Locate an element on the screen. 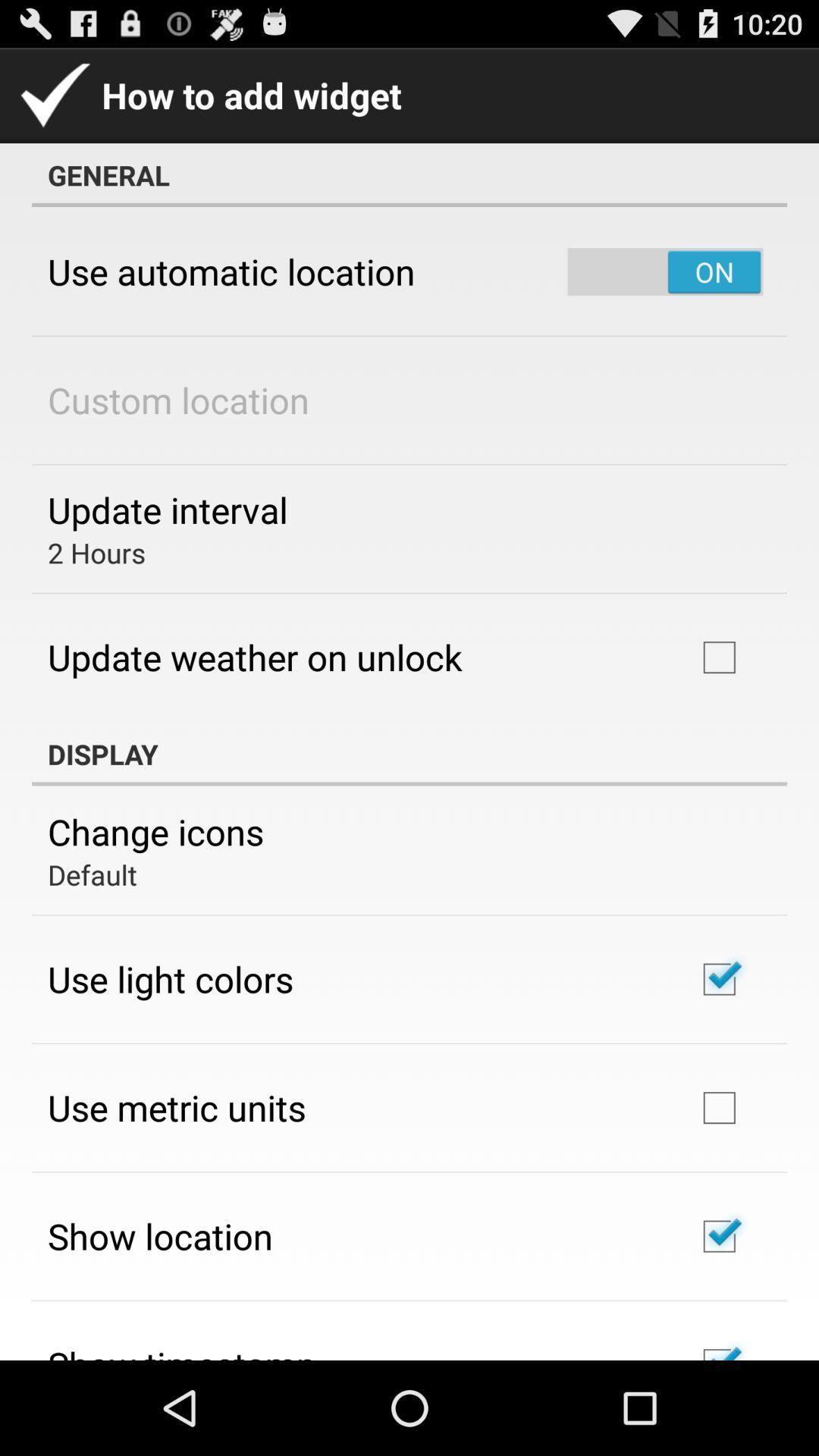  the app below show location app is located at coordinates (180, 1350).